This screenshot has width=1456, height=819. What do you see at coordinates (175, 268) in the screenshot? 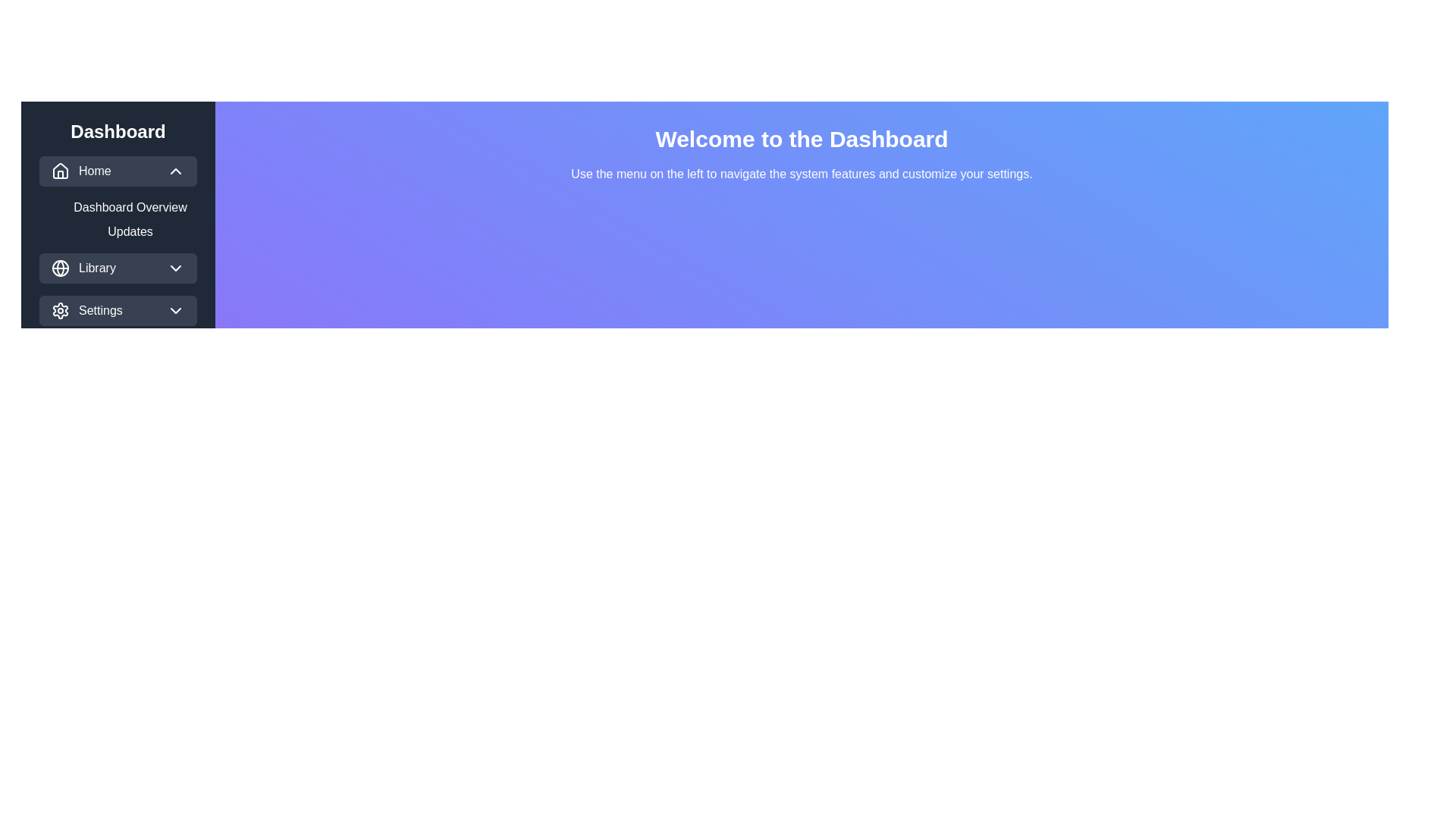
I see `the downward-pointing chevron icon located to the right of the 'Library' button in the sidebar navigation panel` at bounding box center [175, 268].